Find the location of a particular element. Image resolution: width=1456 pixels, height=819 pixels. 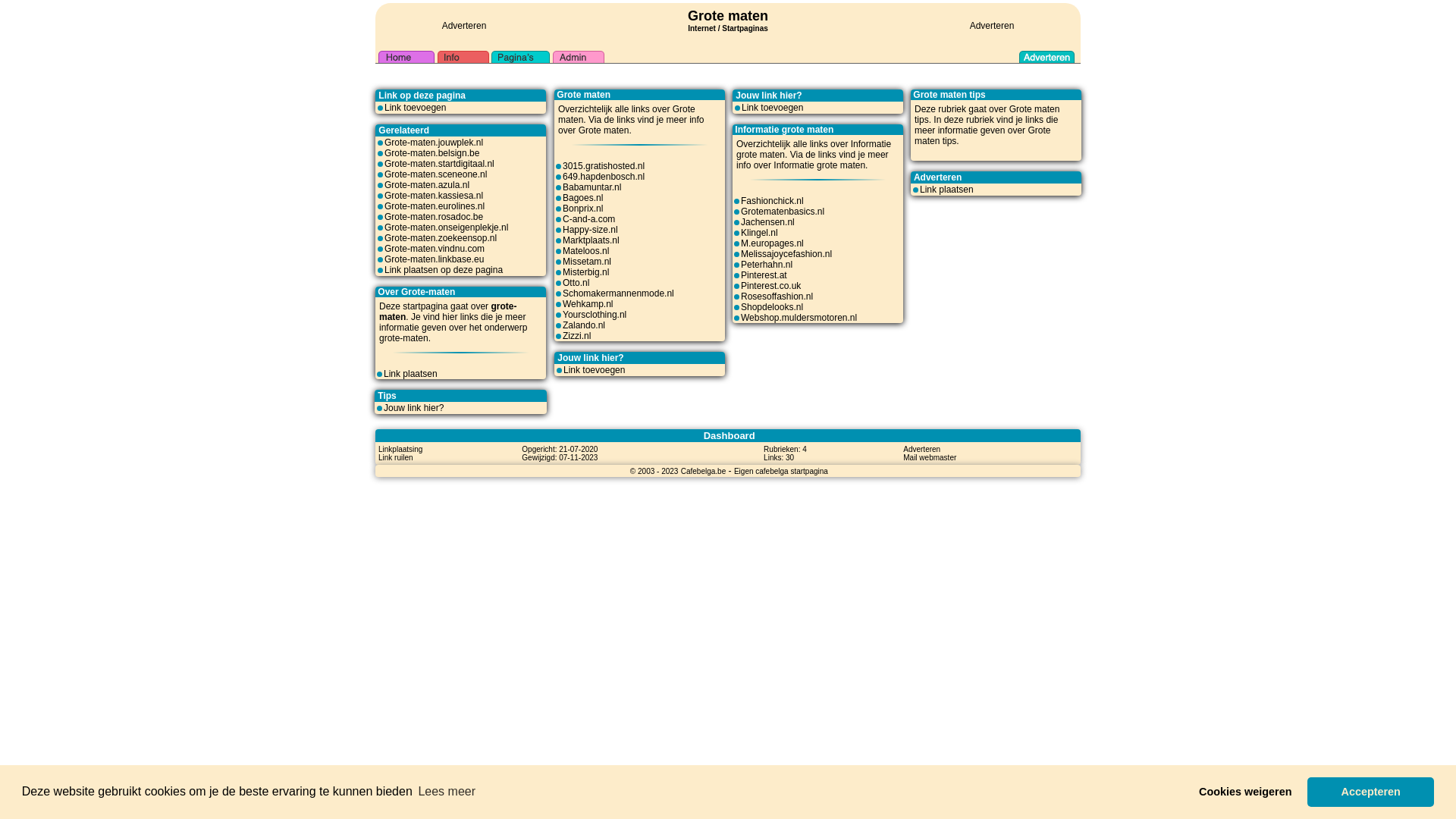

'Grote-maten.sceneone.nl' is located at coordinates (435, 174).